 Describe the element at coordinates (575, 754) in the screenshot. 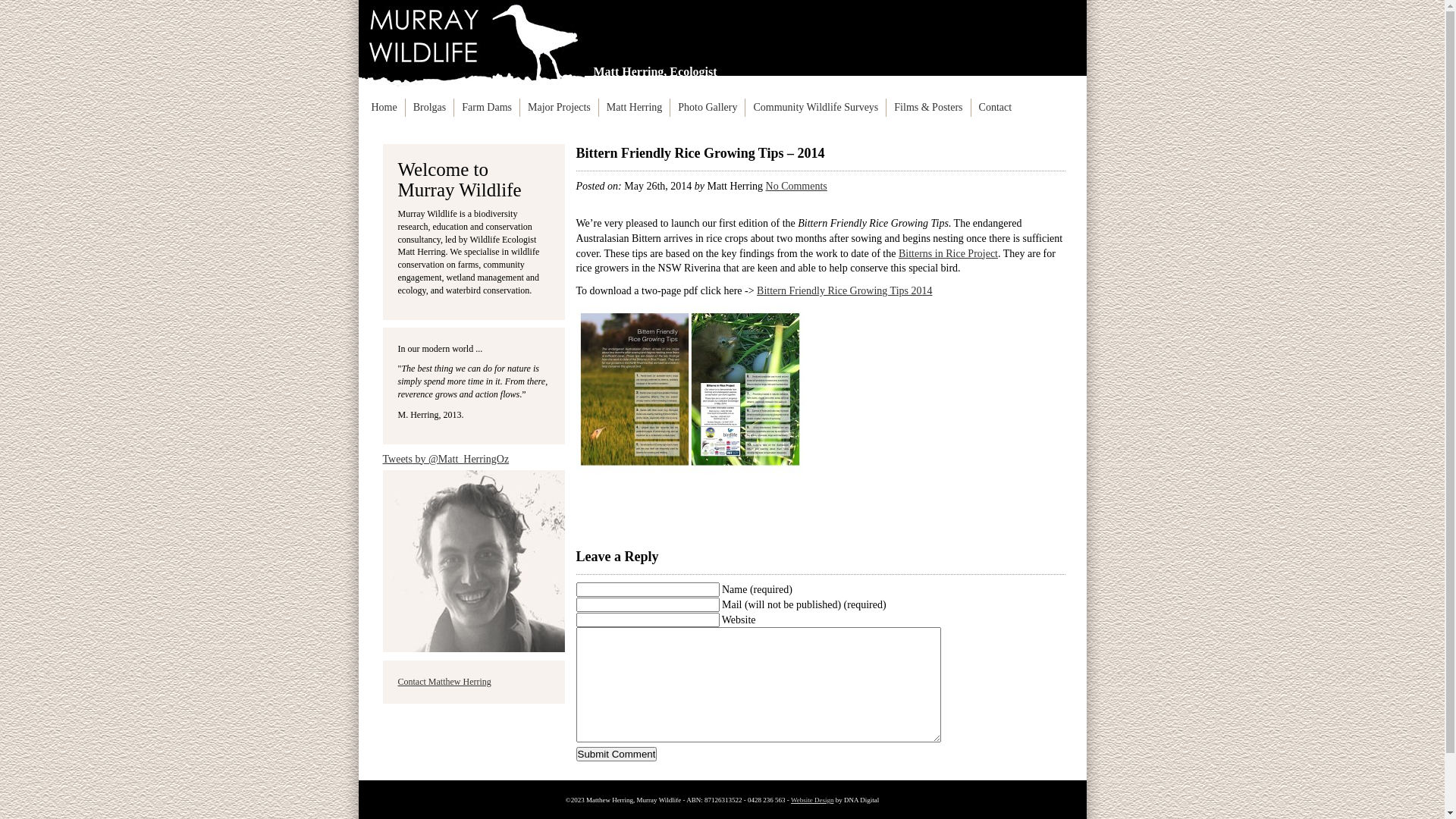

I see `'Submit Comment'` at that location.